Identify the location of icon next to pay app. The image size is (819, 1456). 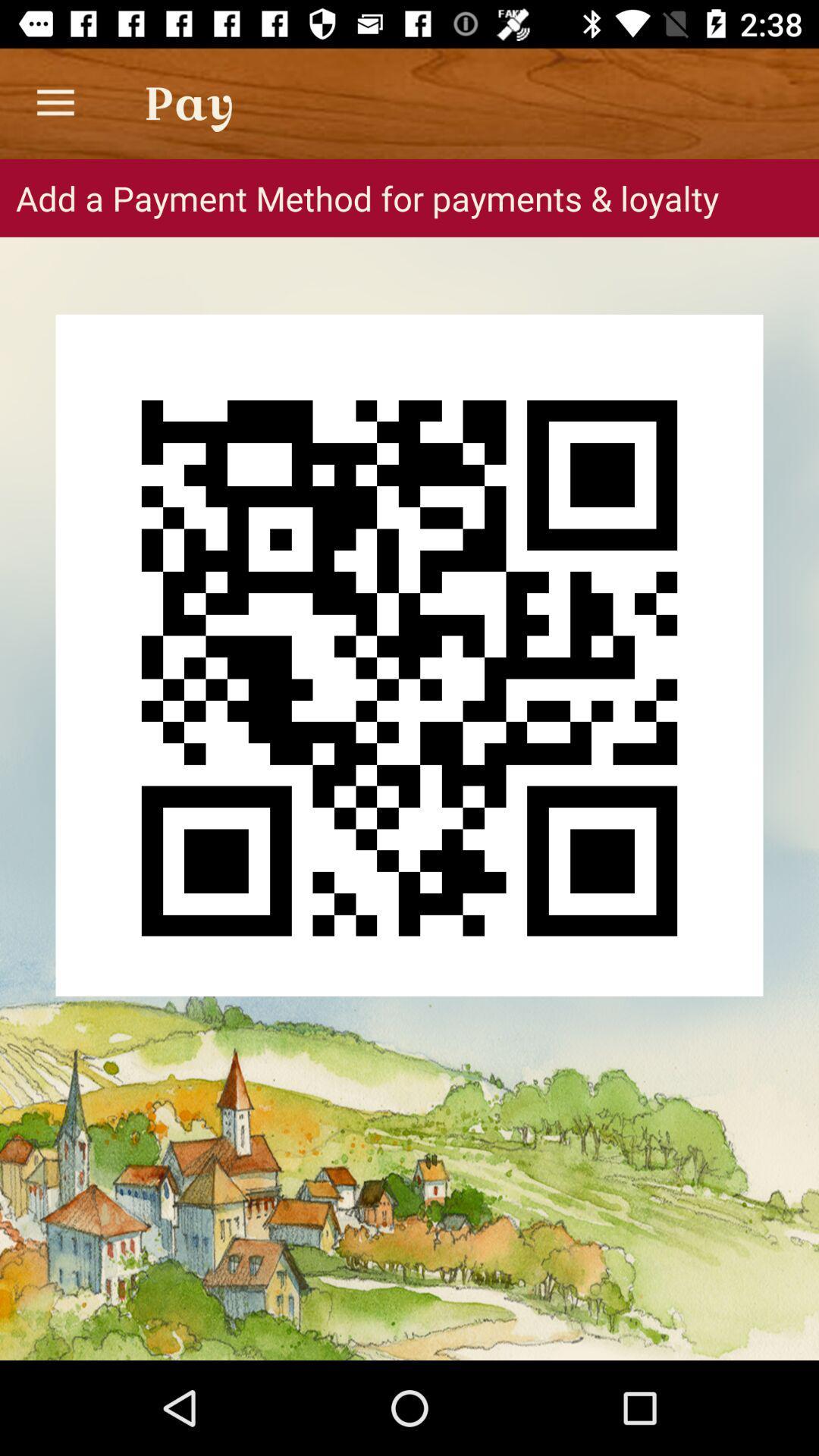
(55, 102).